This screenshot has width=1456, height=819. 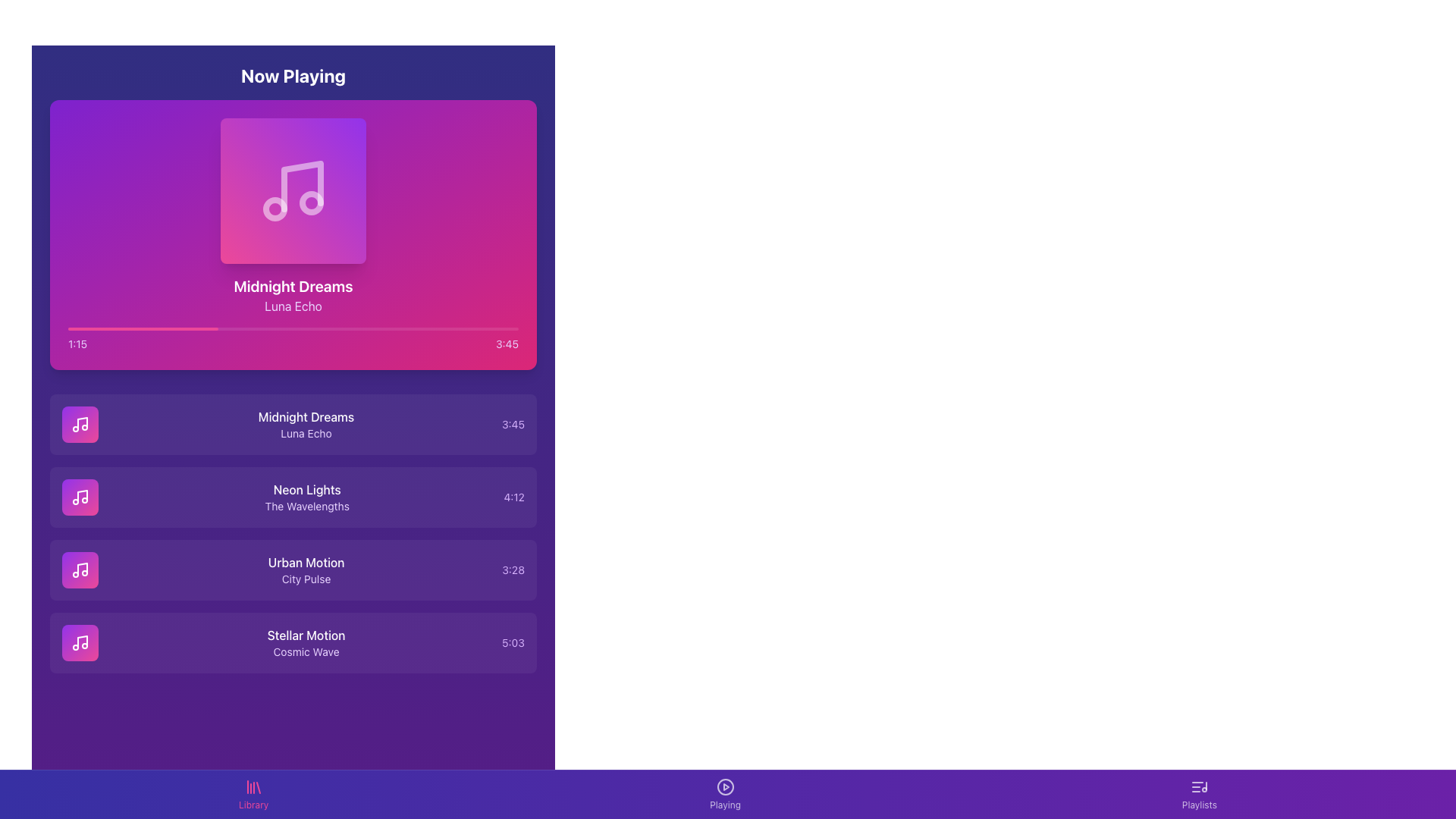 What do you see at coordinates (158, 328) in the screenshot?
I see `the slider` at bounding box center [158, 328].